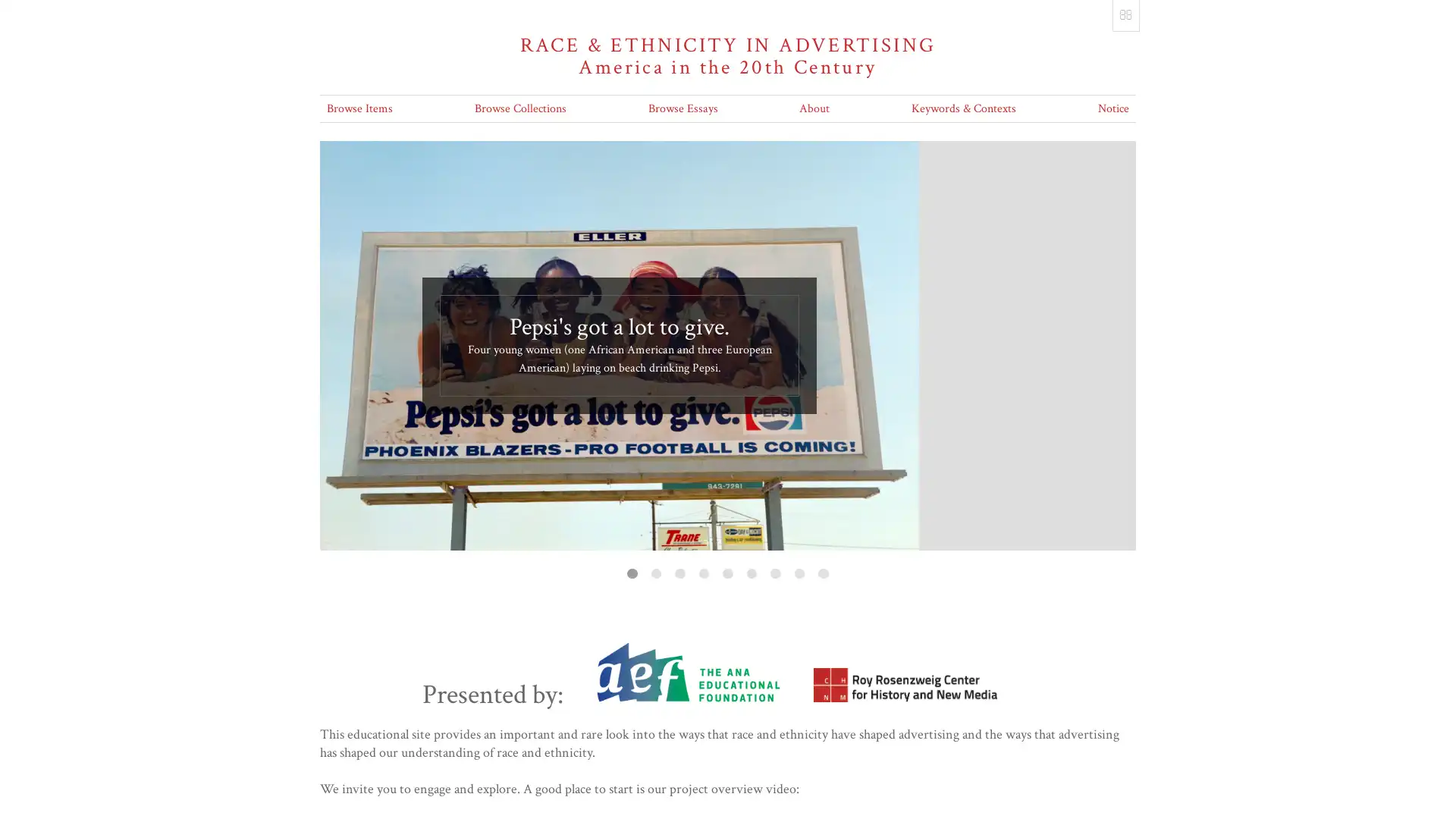  What do you see at coordinates (751, 573) in the screenshot?
I see `6` at bounding box center [751, 573].